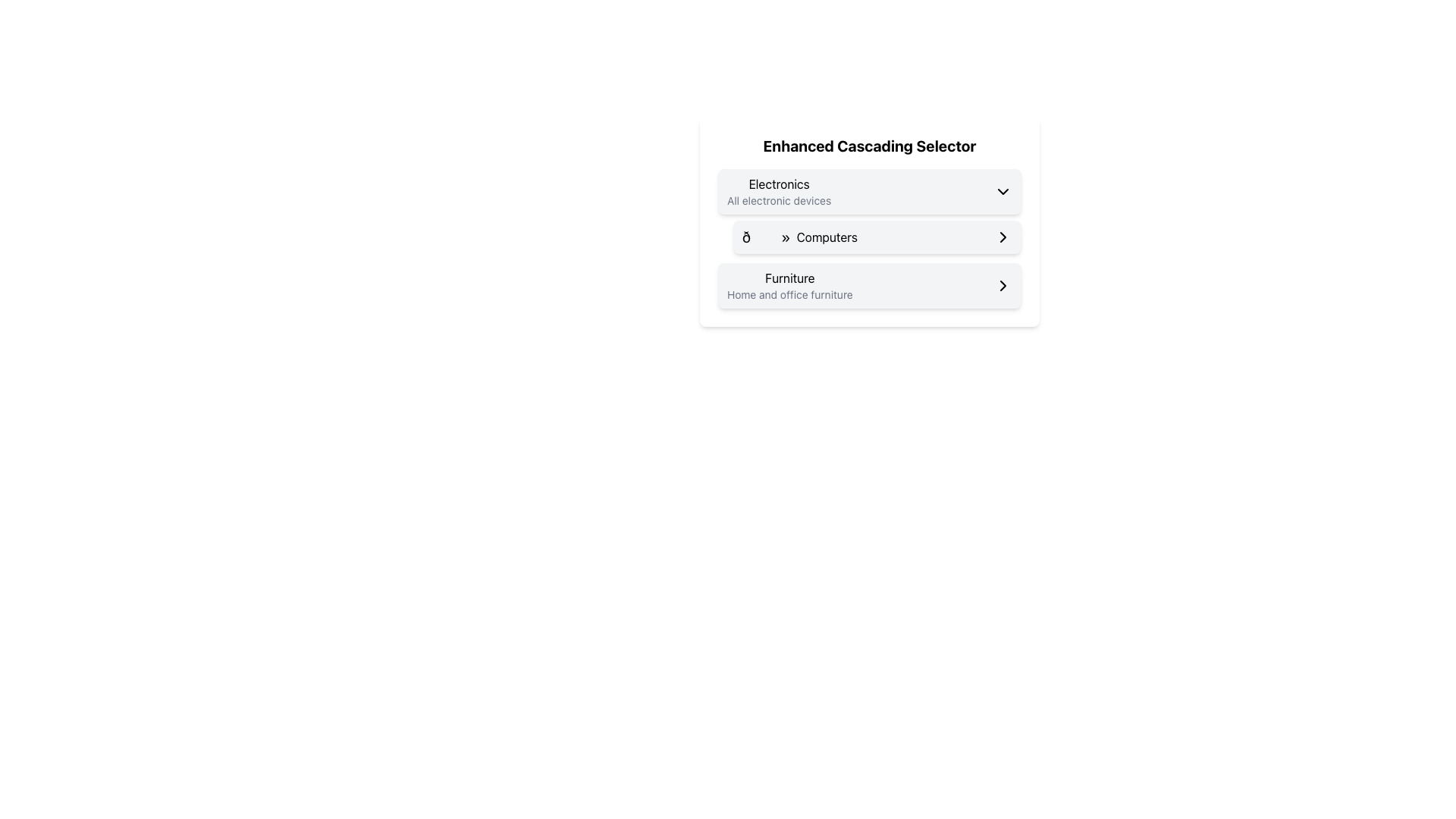  I want to click on the 'Furniture' button, which has a title and subtext indicating navigation, located in the lower section of the menu, so click(870, 286).